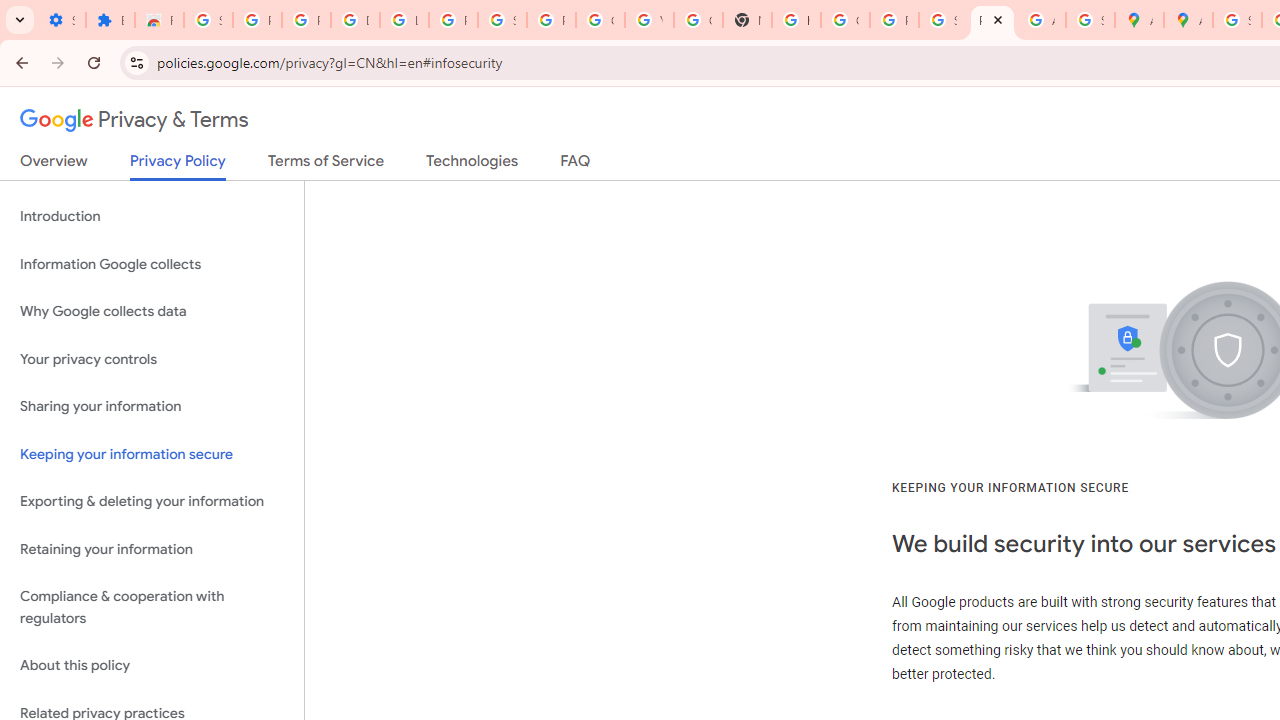 This screenshot has height=720, width=1280. I want to click on 'Learn how to find your photos - Google Photos Help', so click(403, 20).